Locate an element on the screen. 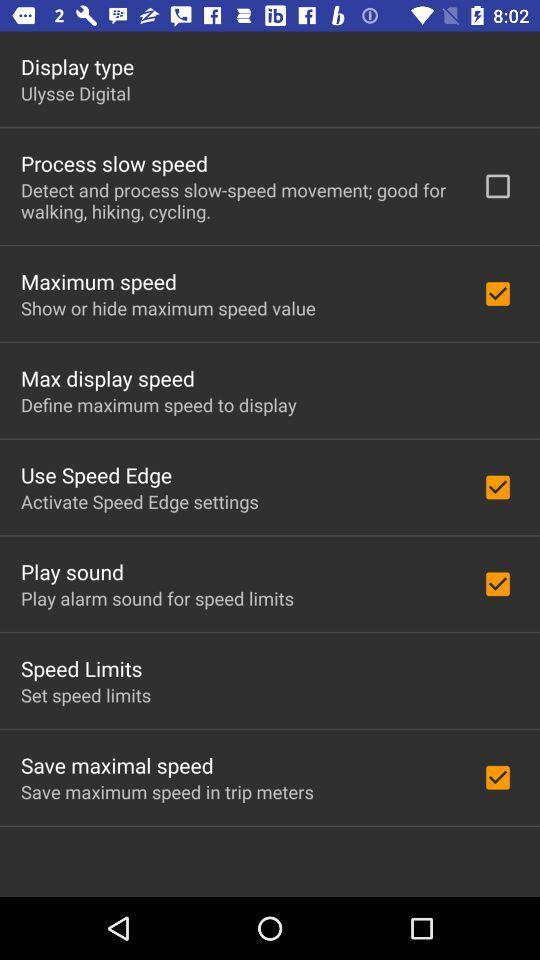 This screenshot has height=960, width=540. icon above process slow speed item is located at coordinates (74, 93).